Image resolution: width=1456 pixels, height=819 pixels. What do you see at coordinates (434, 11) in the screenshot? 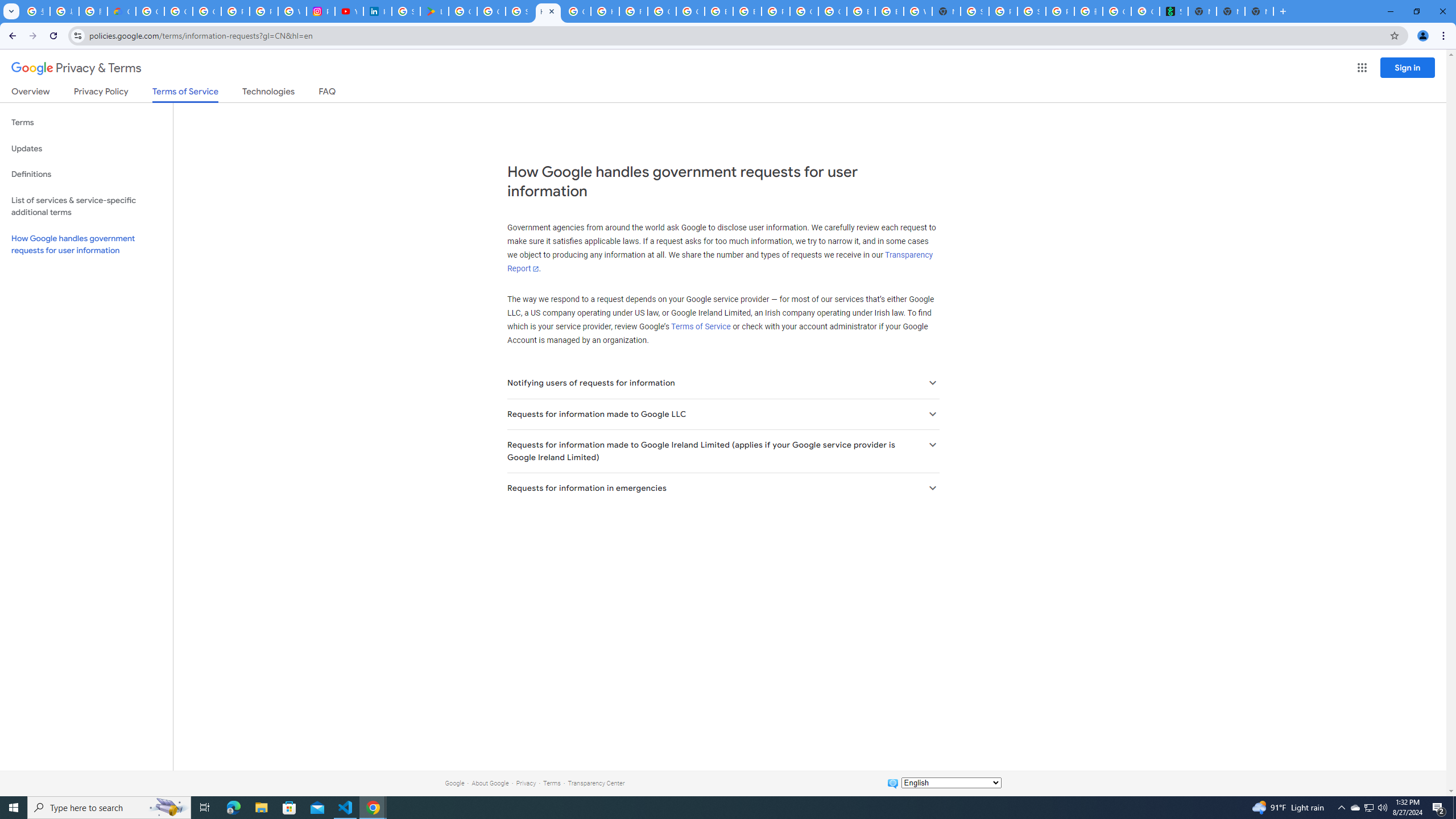
I see `'Last Shelter: Survival - Apps on Google Play'` at bounding box center [434, 11].